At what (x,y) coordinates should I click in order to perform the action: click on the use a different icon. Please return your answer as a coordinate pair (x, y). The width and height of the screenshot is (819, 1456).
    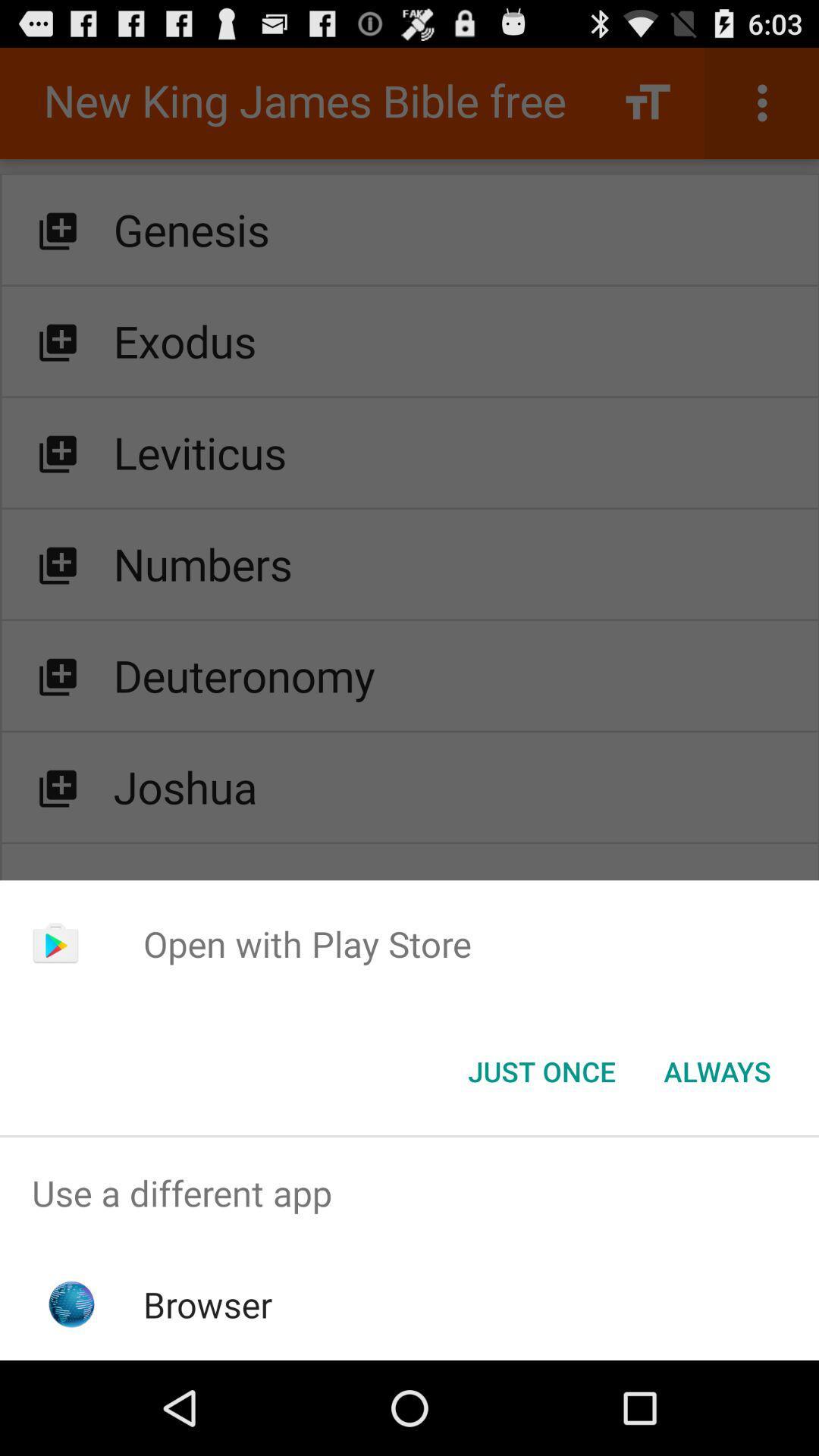
    Looking at the image, I should click on (409, 1192).